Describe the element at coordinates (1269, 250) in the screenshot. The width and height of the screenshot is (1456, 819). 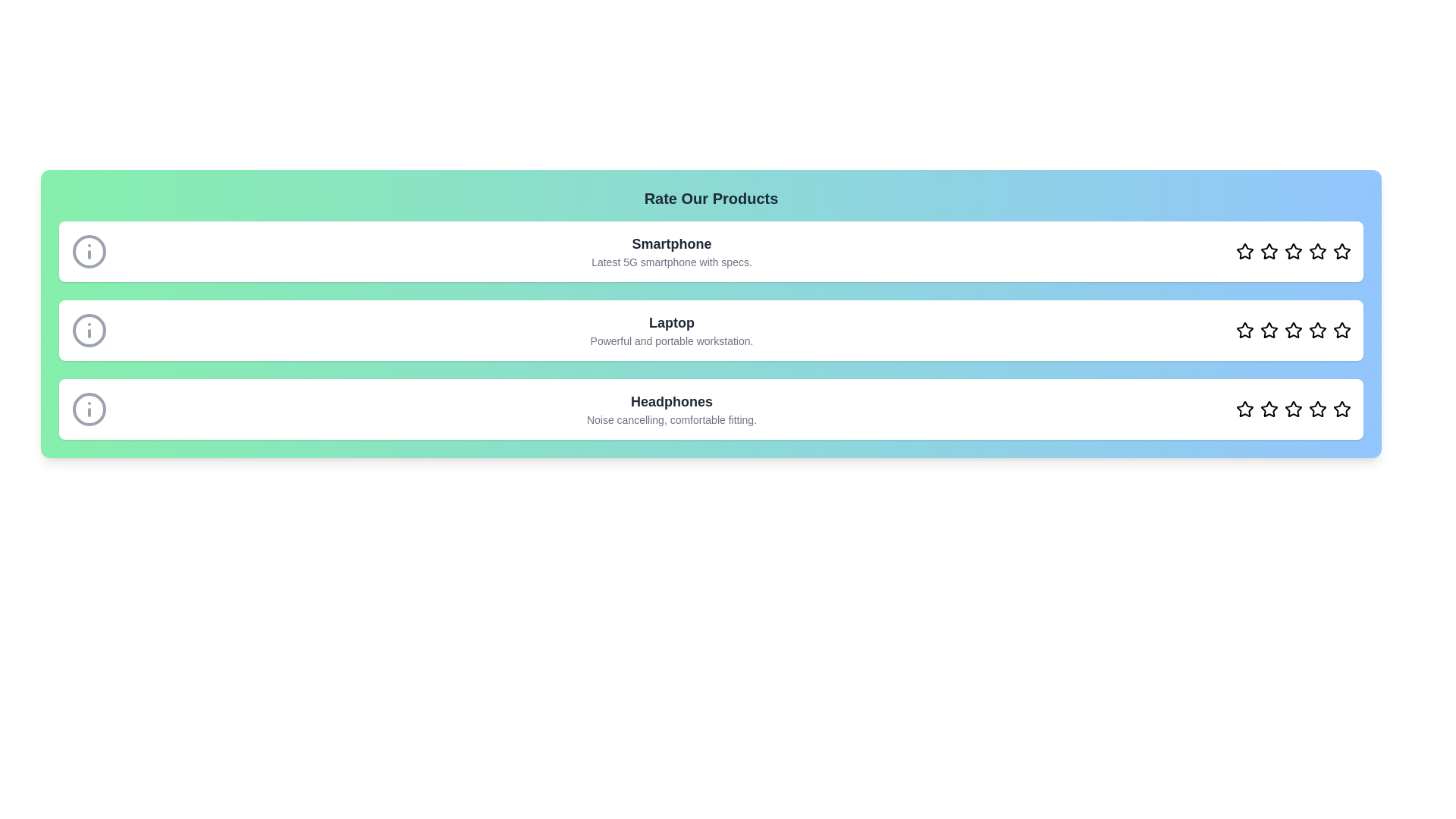
I see `the second star` at that location.